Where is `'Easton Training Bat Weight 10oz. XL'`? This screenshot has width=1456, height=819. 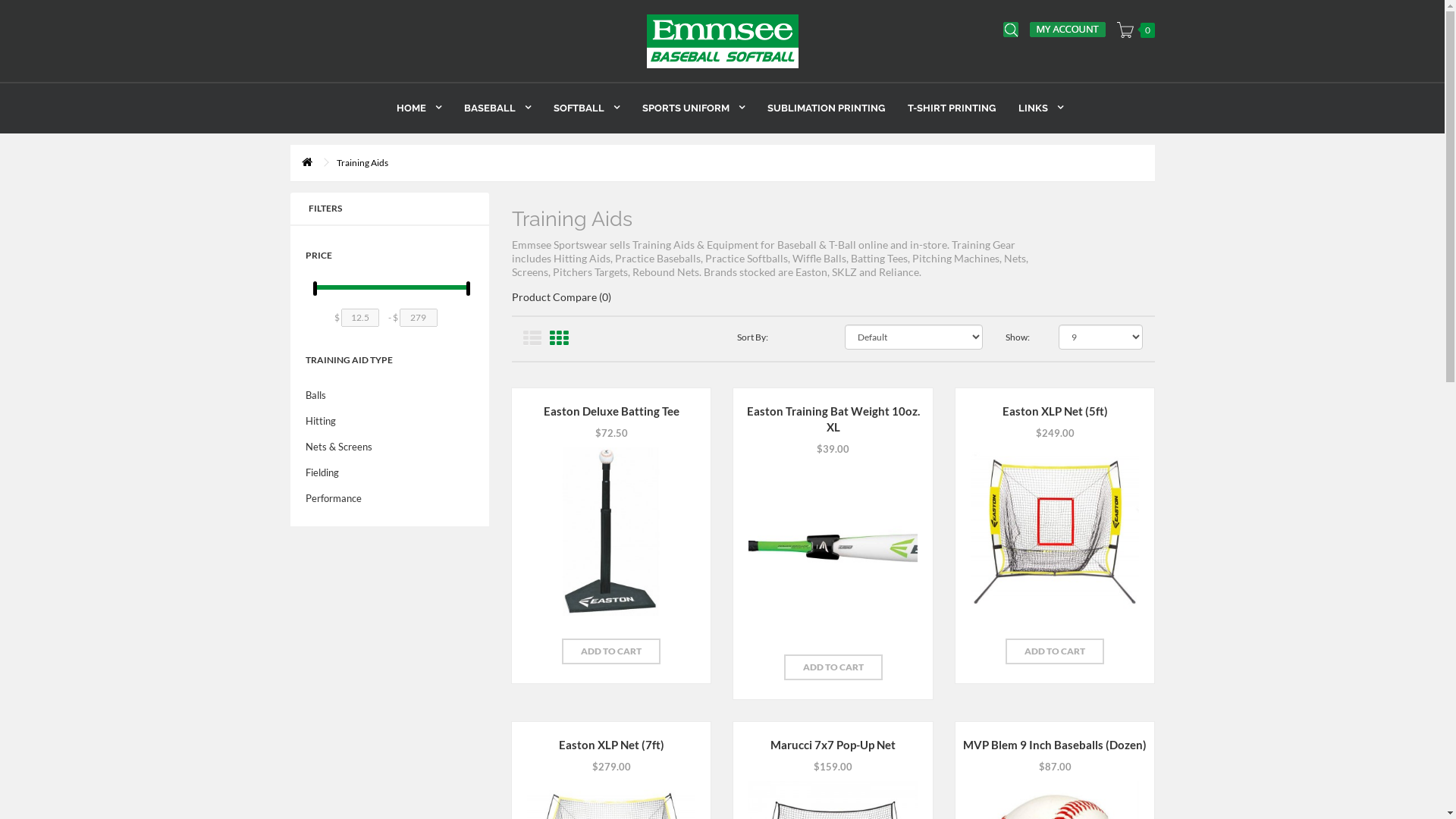 'Easton Training Bat Weight 10oz. XL' is located at coordinates (833, 419).